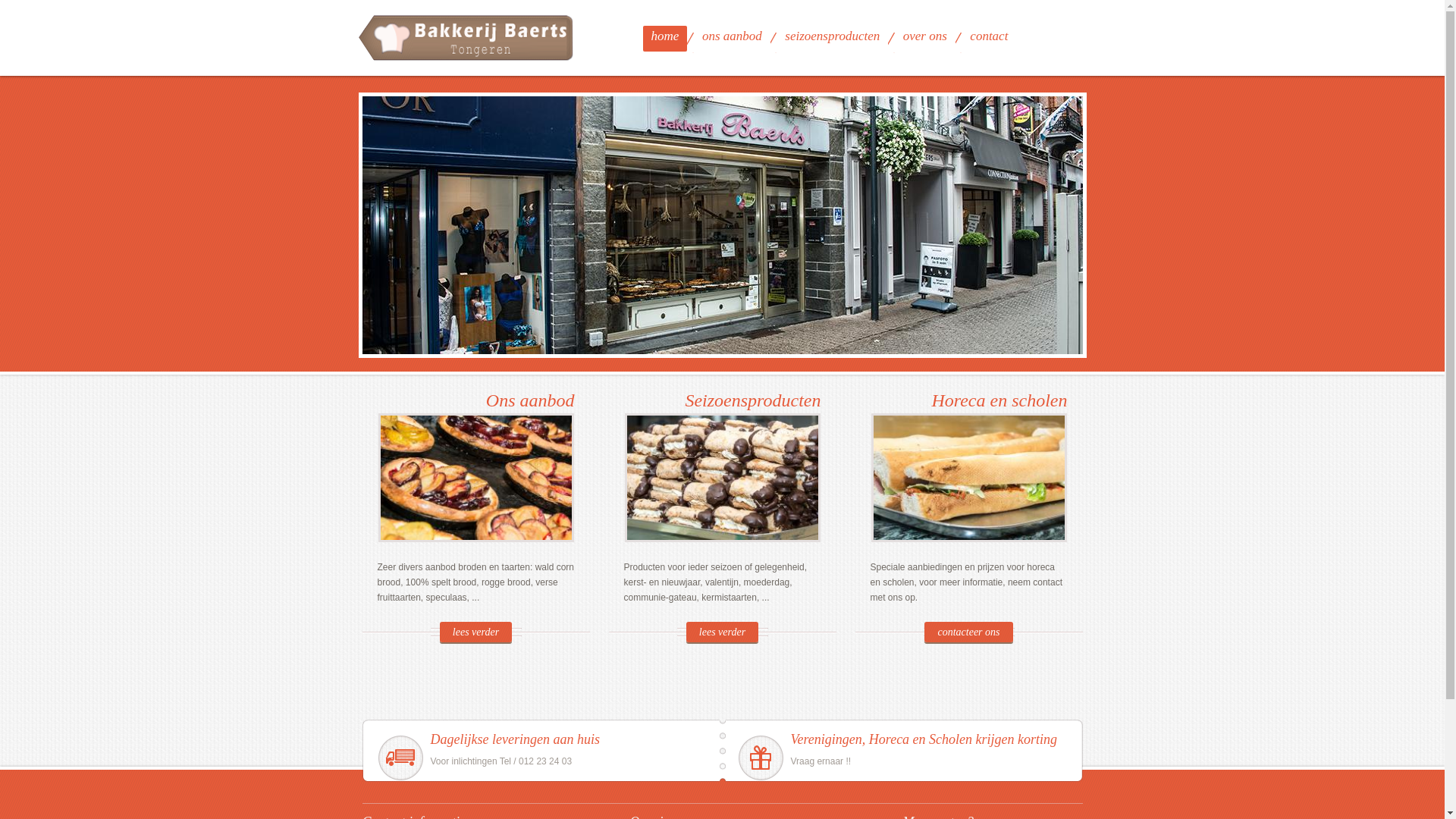 The height and width of the screenshot is (819, 1456). I want to click on 'Bakkerij Baerts Tongeren', so click(466, 38).